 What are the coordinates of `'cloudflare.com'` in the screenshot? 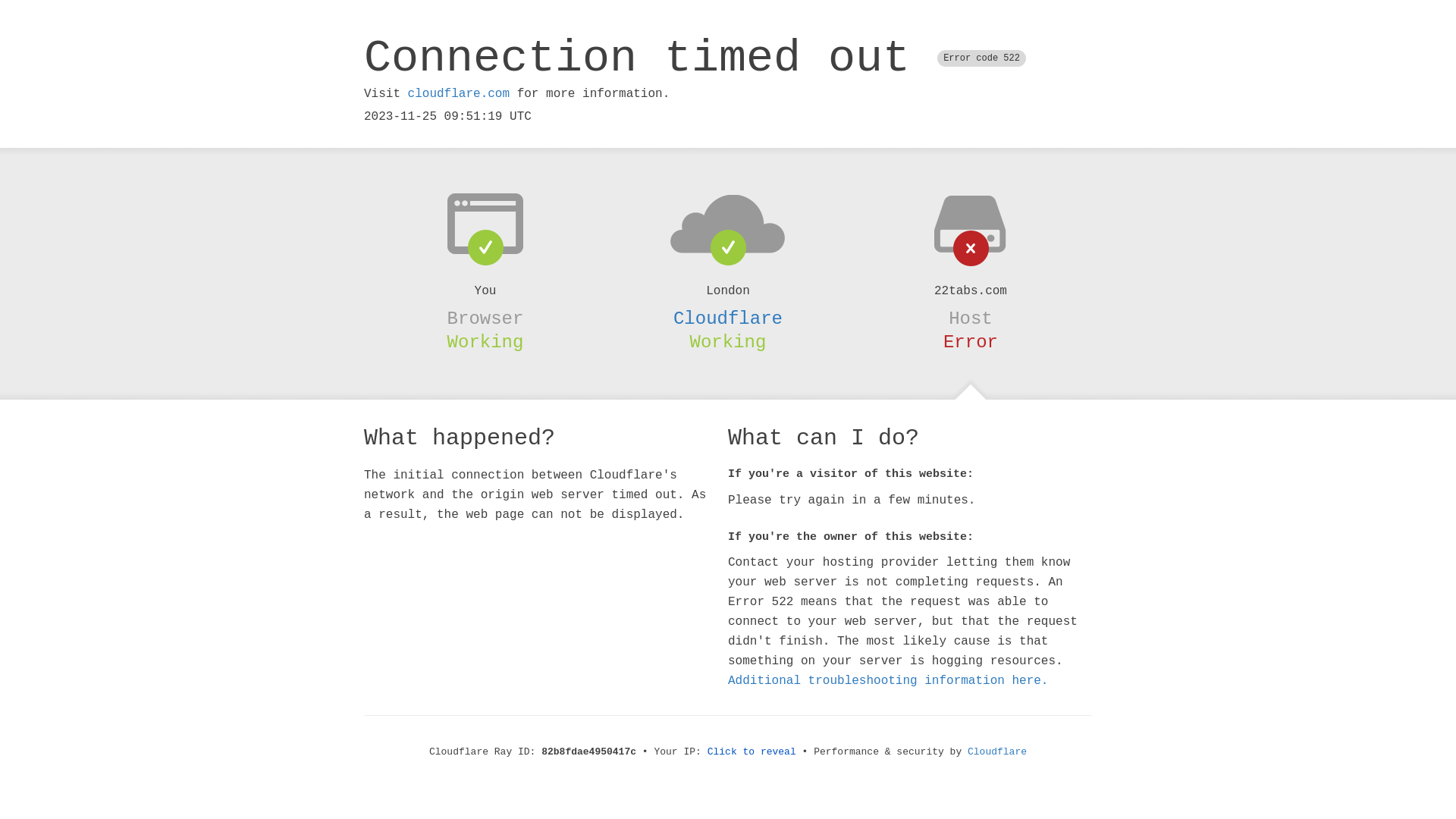 It's located at (457, 93).